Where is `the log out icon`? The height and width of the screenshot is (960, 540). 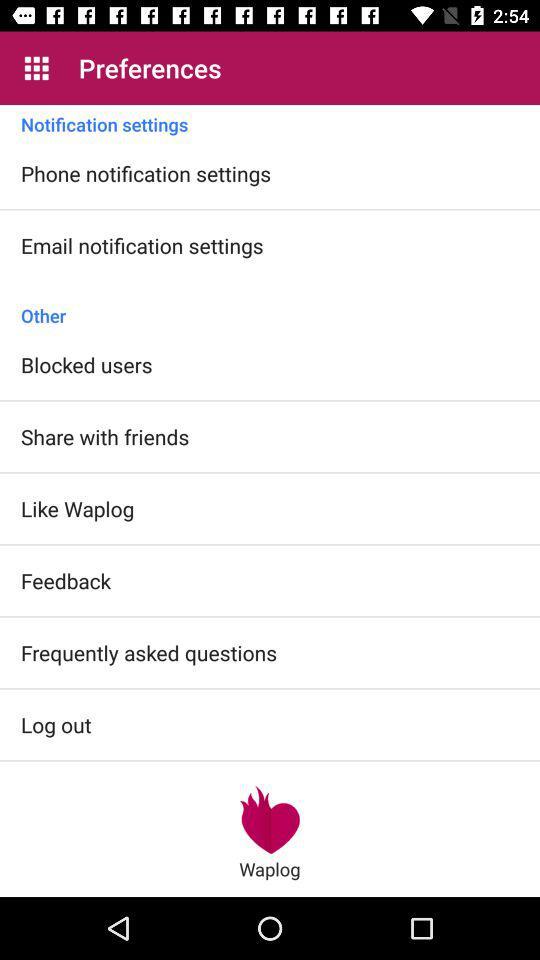
the log out icon is located at coordinates (56, 723).